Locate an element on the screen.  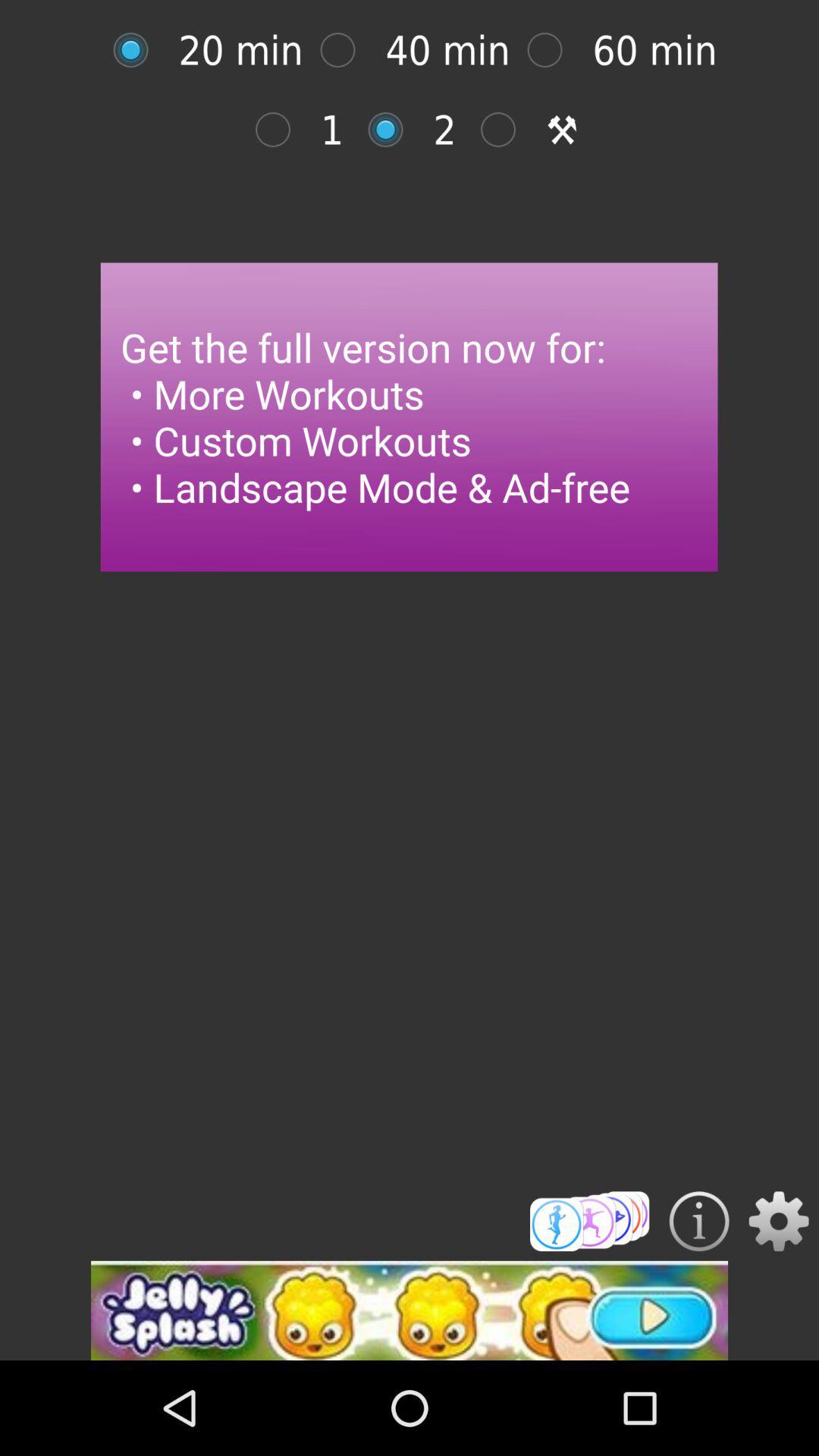
an option is located at coordinates (281, 130).